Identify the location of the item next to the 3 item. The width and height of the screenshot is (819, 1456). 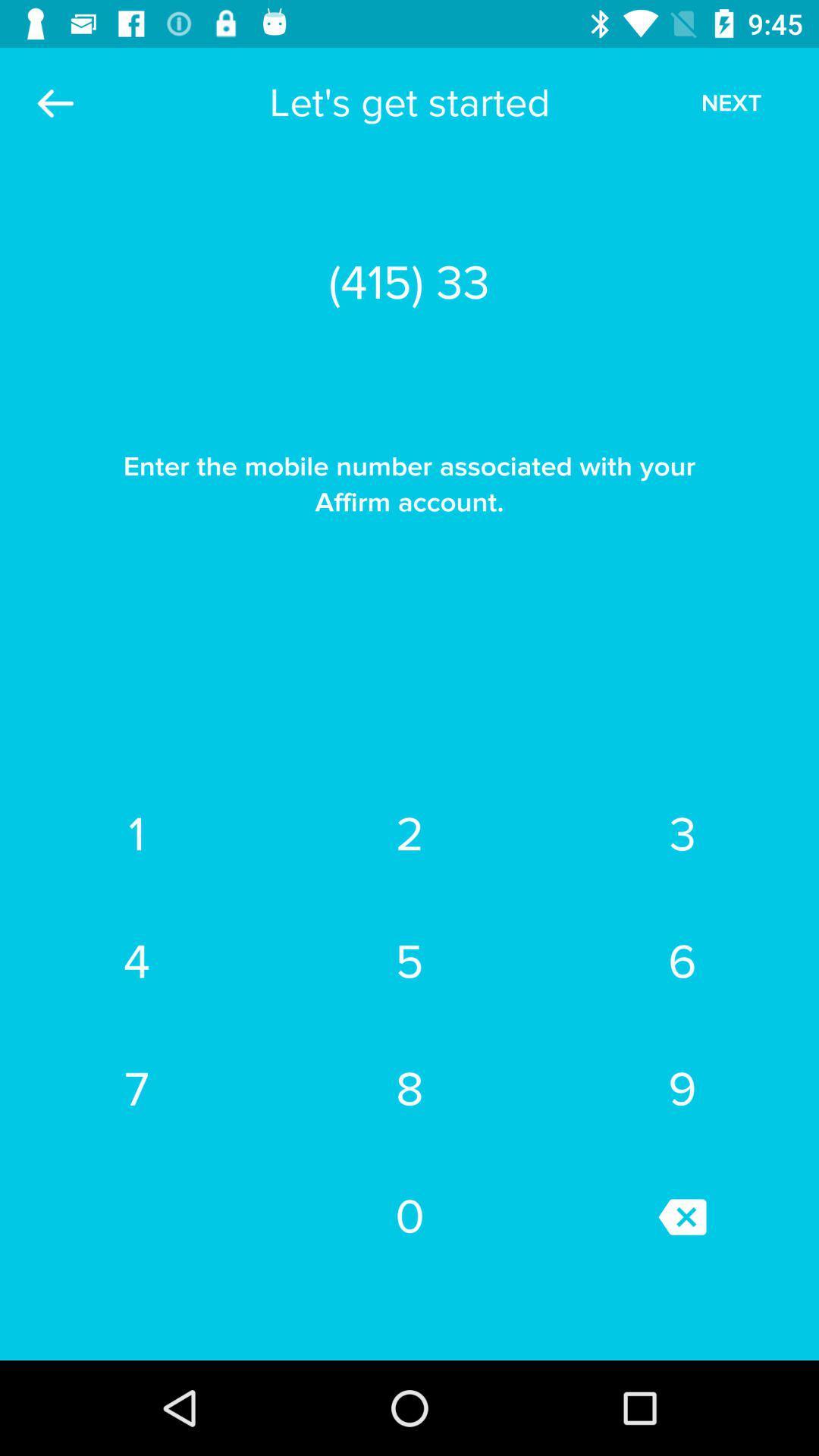
(409, 833).